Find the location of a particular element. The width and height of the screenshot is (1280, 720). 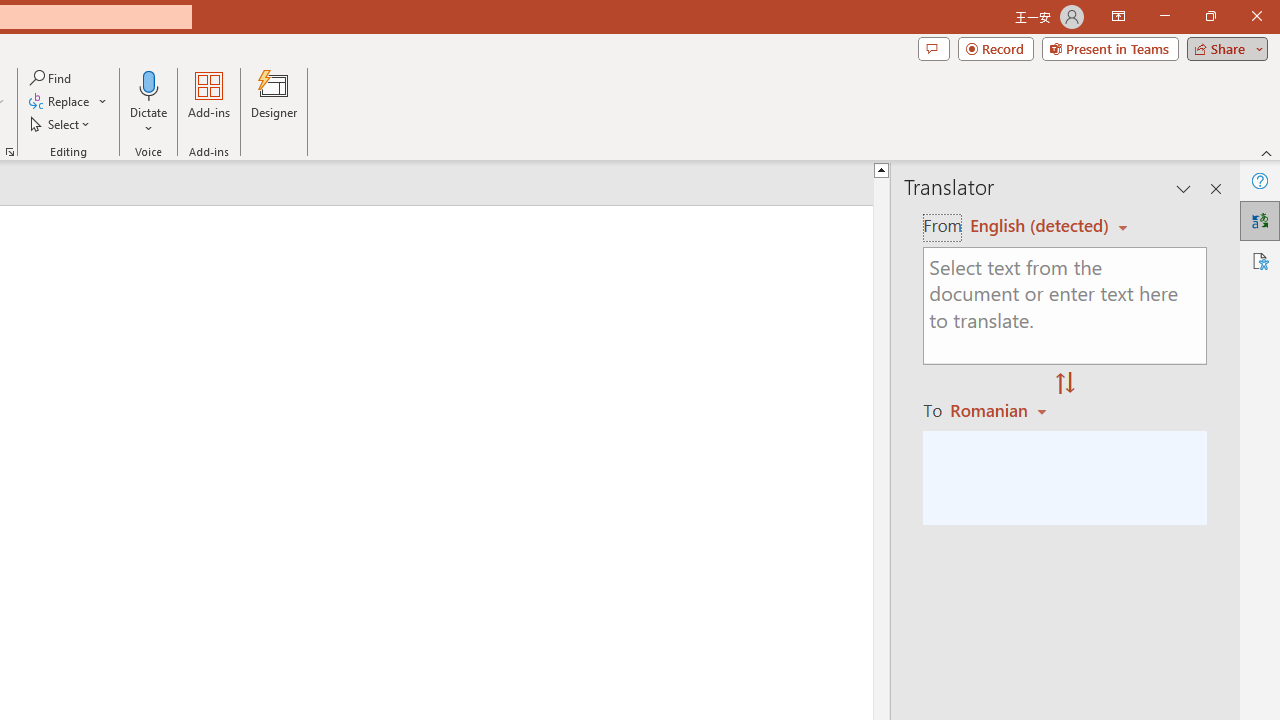

'Romanian' is located at coordinates (1001, 409).